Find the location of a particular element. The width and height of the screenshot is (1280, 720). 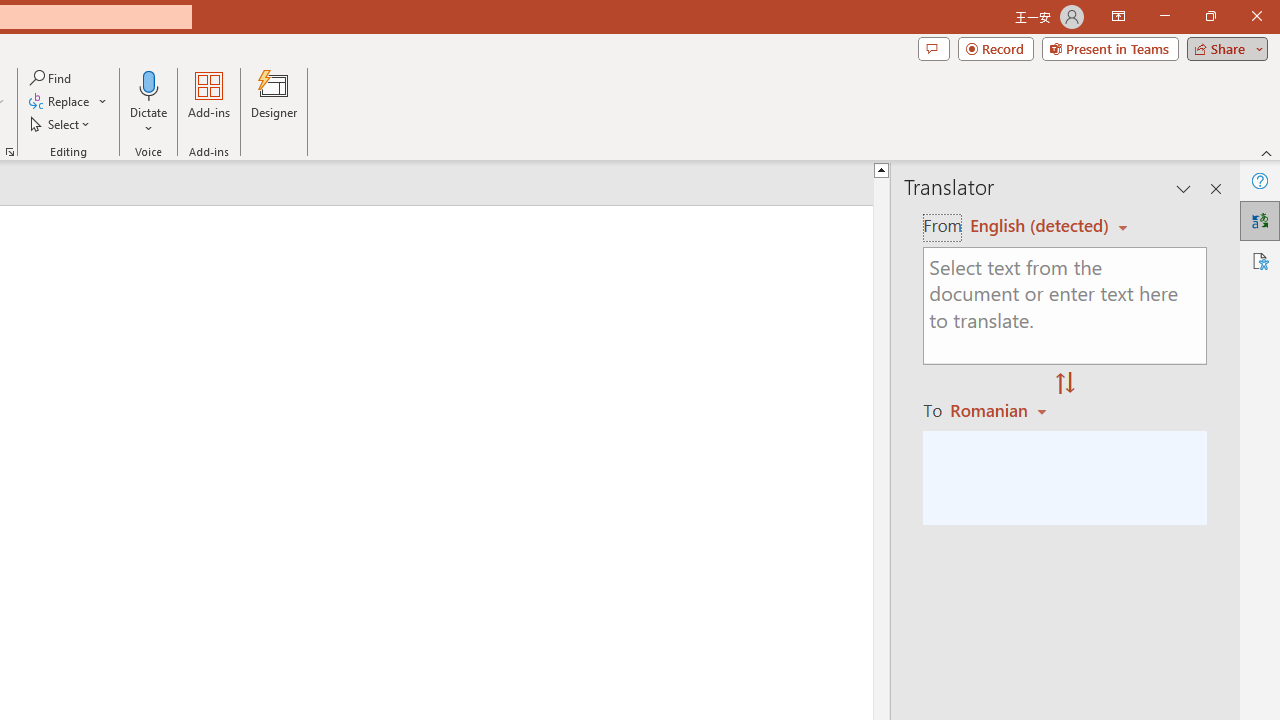

'Romanian' is located at coordinates (1001, 409).